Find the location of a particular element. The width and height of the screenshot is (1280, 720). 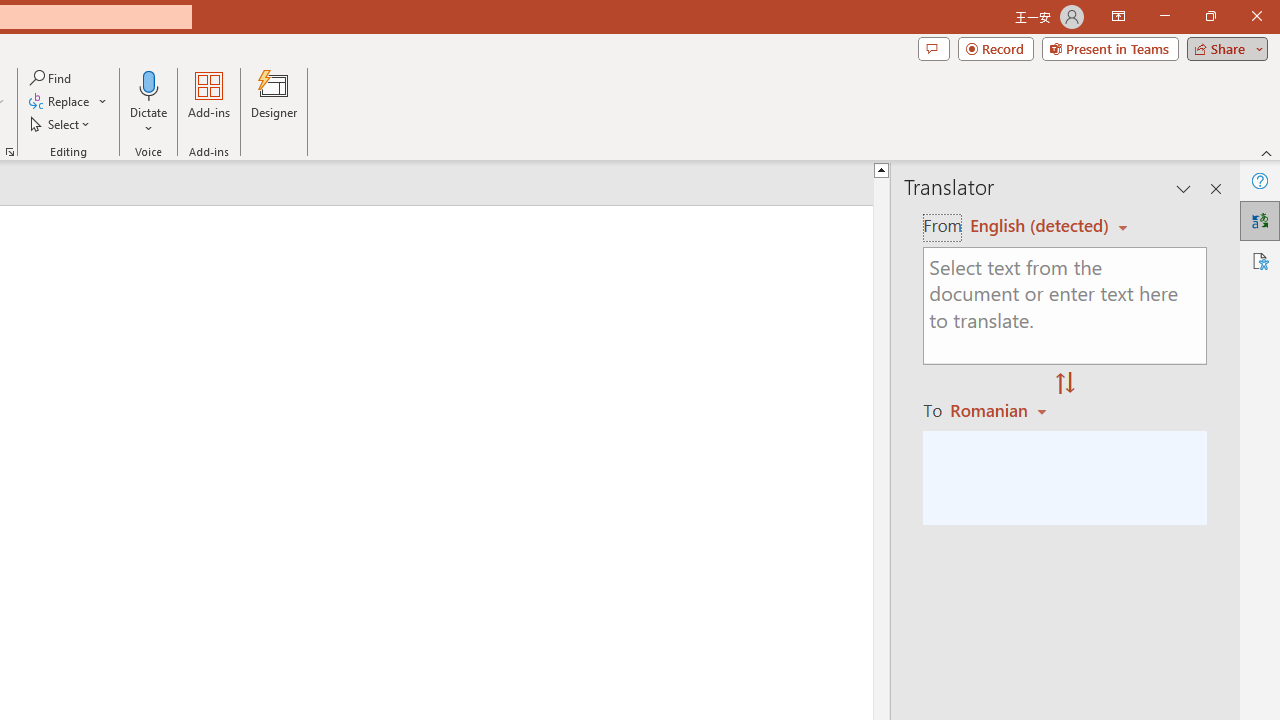

'Romanian' is located at coordinates (1001, 409).